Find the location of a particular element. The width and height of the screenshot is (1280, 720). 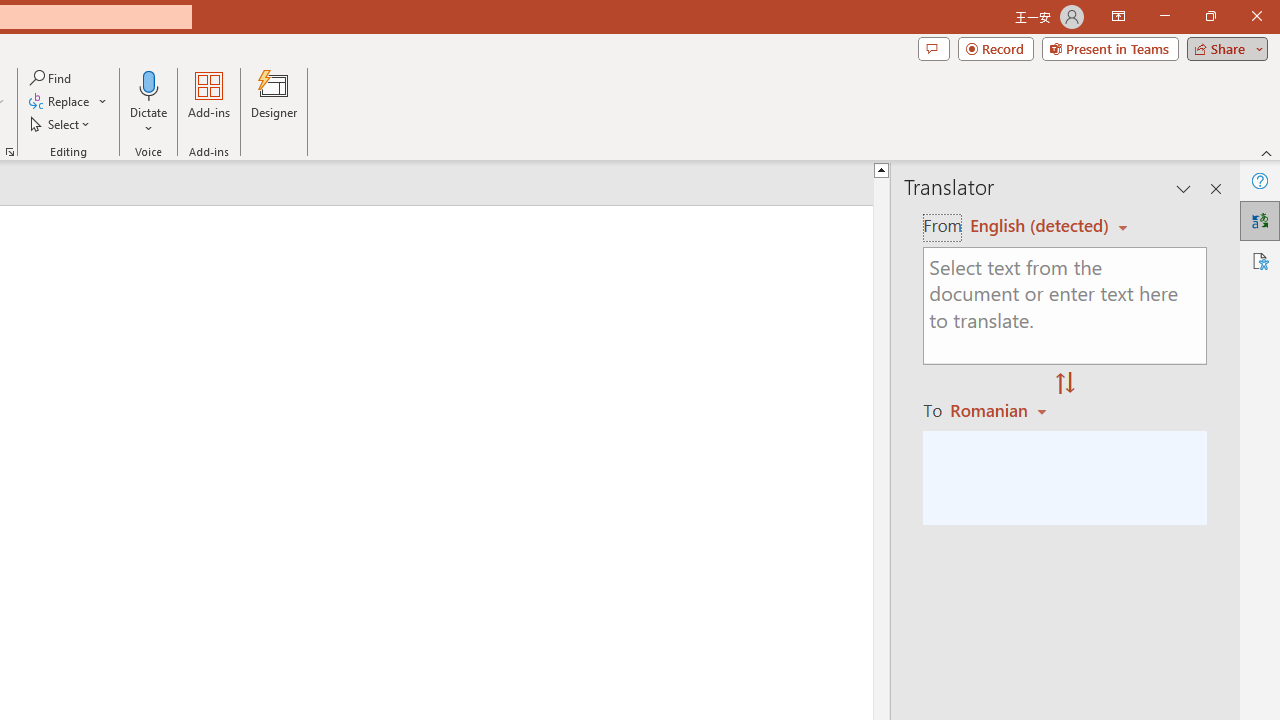

'Romanian' is located at coordinates (1001, 409).